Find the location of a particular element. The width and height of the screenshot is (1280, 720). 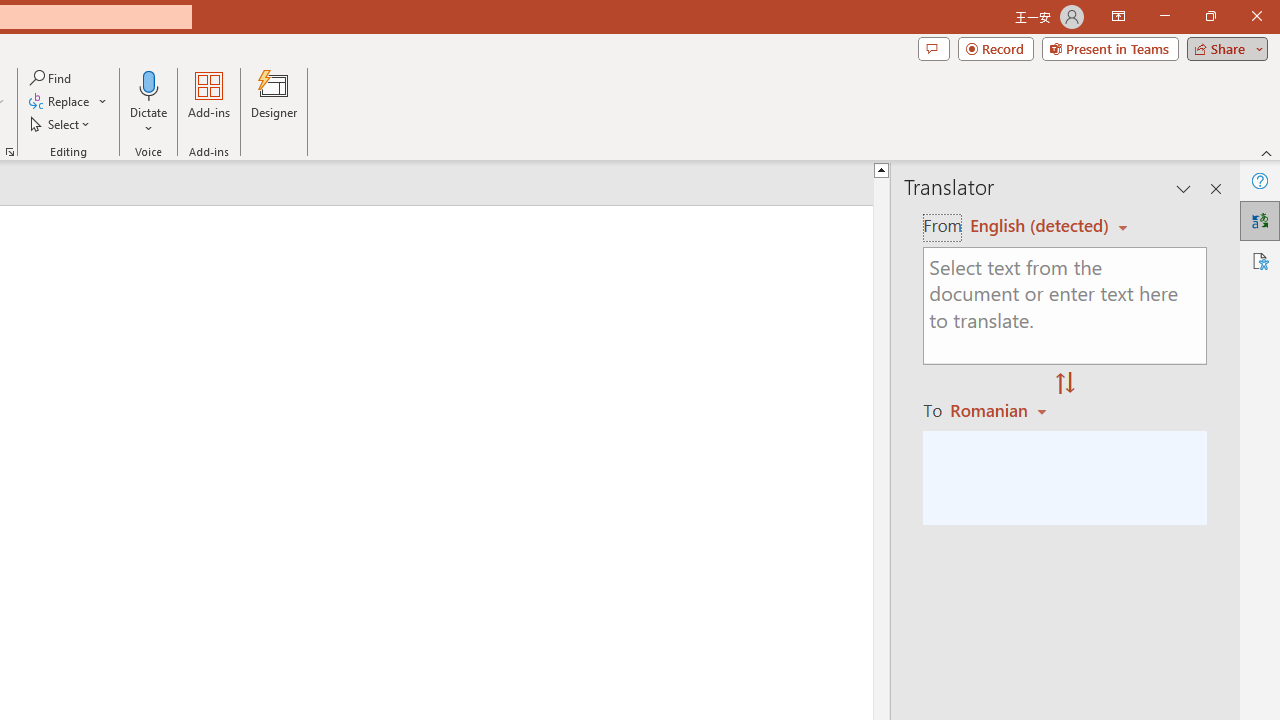

'Romanian' is located at coordinates (1001, 409).